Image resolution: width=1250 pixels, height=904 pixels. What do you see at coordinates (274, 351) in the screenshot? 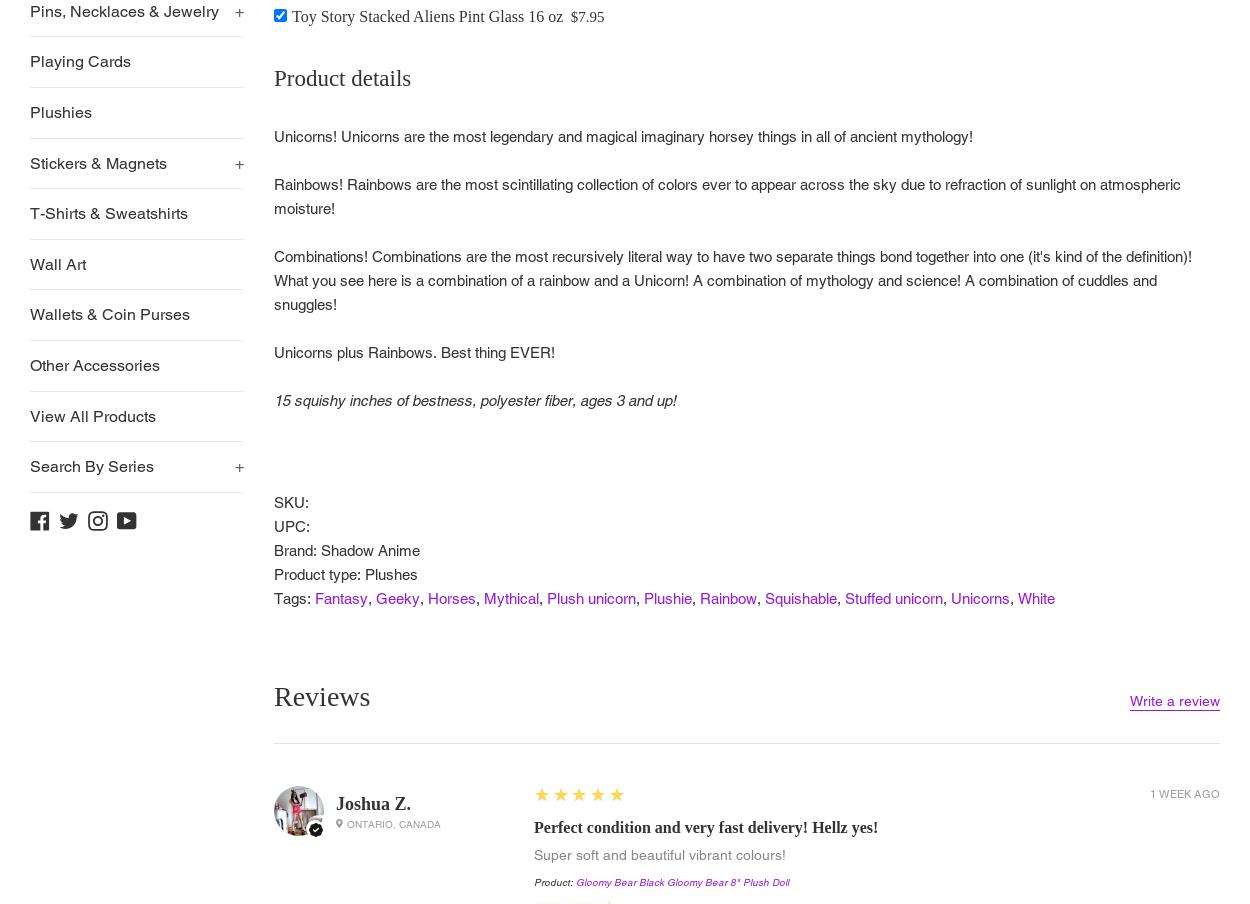
I see `'Unicorns plus Rainbows. Best thing EVER!'` at bounding box center [274, 351].